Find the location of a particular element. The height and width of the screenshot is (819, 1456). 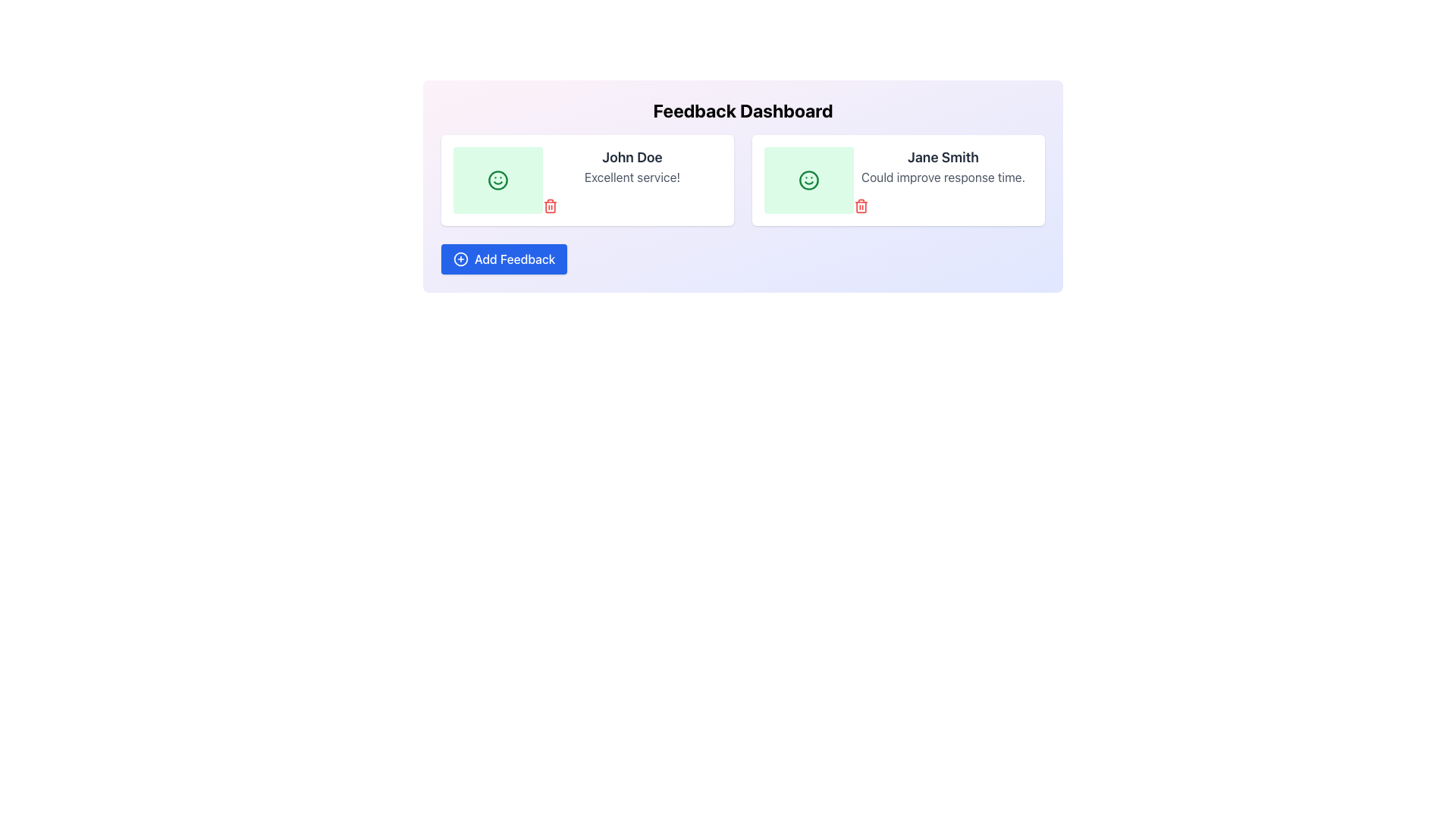

static text label displaying 'Excellent service!' located below 'John Doe' in a feedback card is located at coordinates (632, 177).